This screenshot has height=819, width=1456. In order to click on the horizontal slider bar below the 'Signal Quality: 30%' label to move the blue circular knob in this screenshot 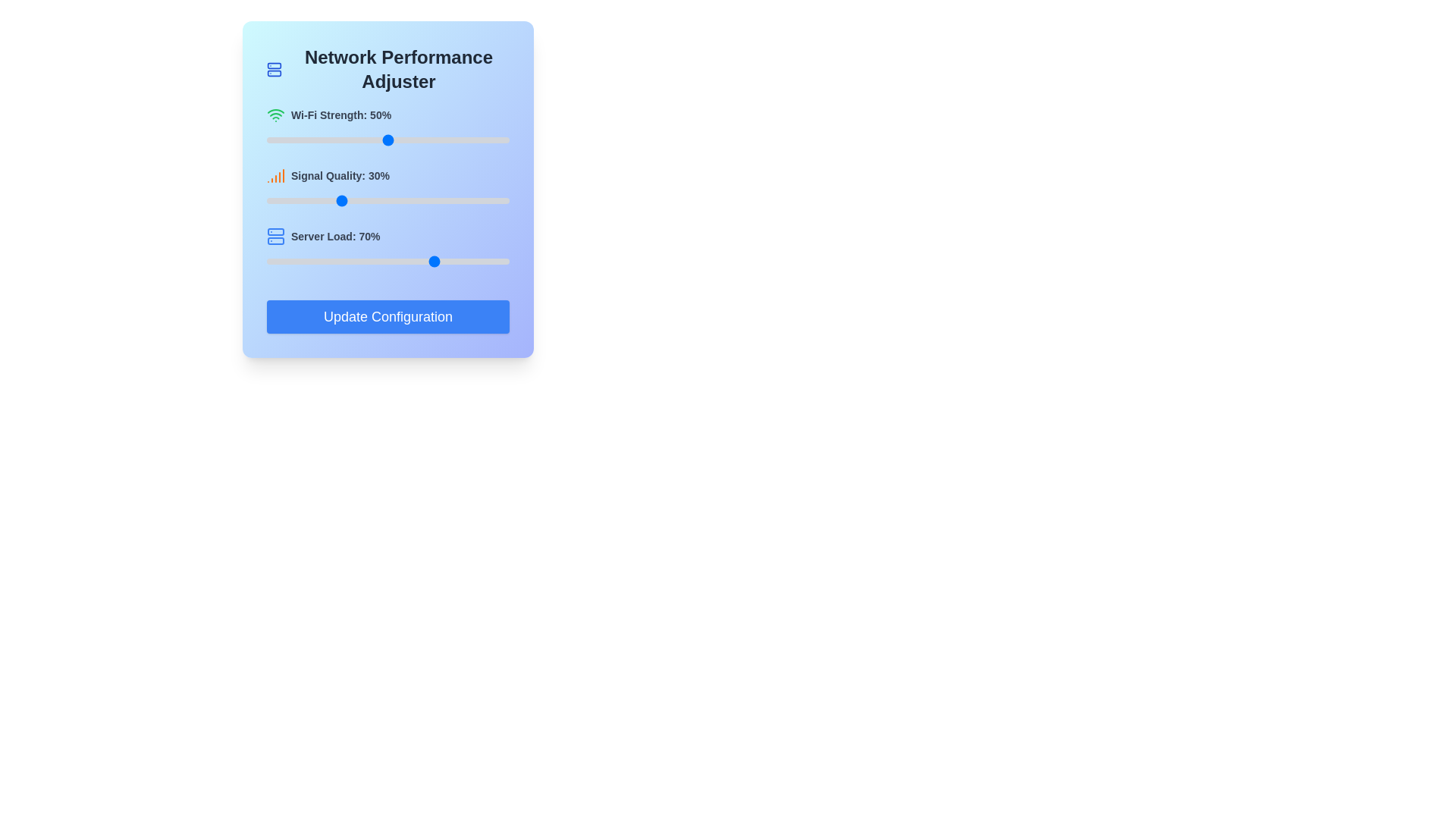, I will do `click(388, 200)`.